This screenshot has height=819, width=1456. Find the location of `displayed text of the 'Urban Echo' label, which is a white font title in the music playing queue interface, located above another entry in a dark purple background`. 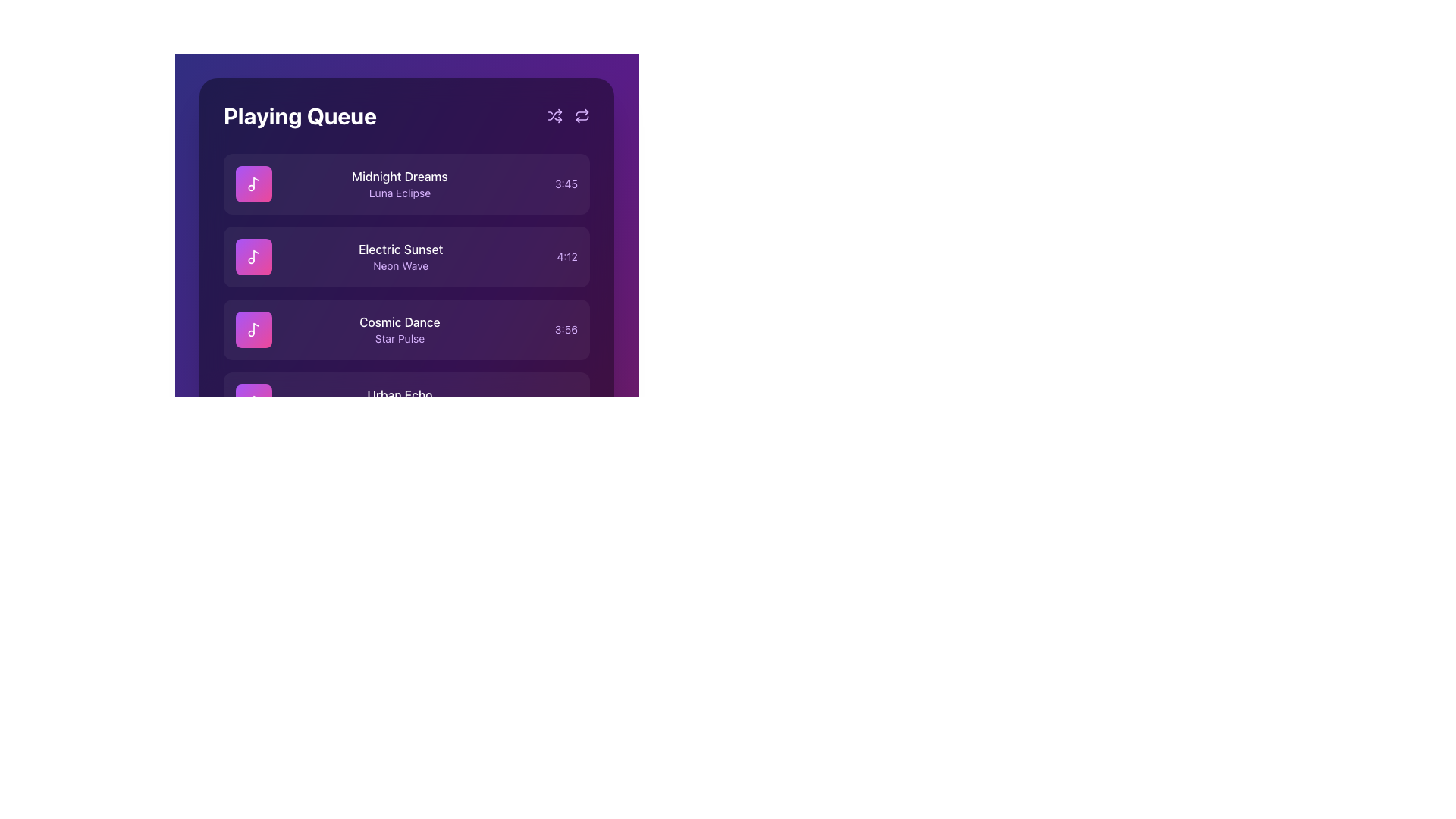

displayed text of the 'Urban Echo' label, which is a white font title in the music playing queue interface, located above another entry in a dark purple background is located at coordinates (400, 394).